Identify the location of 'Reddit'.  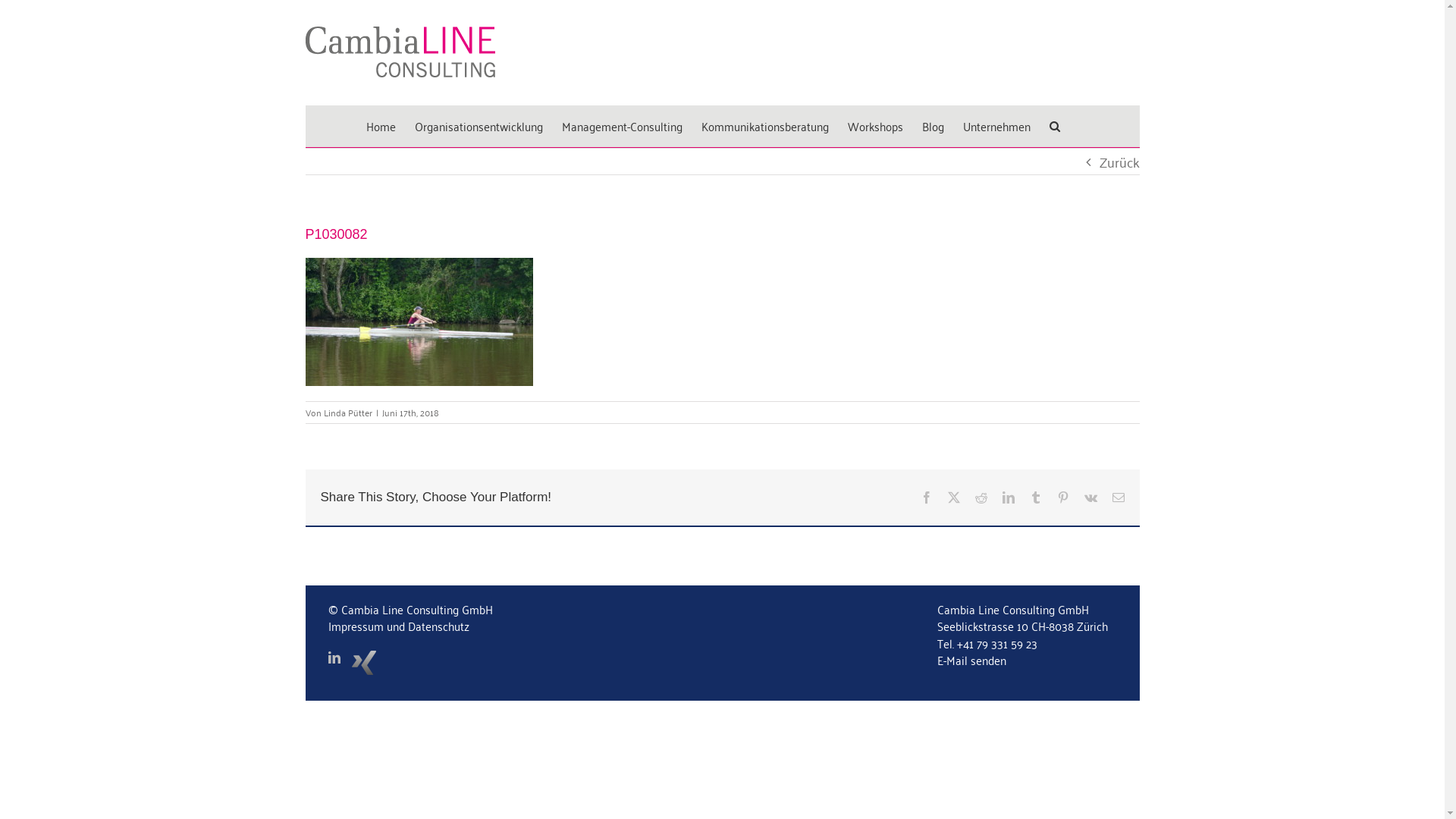
(981, 497).